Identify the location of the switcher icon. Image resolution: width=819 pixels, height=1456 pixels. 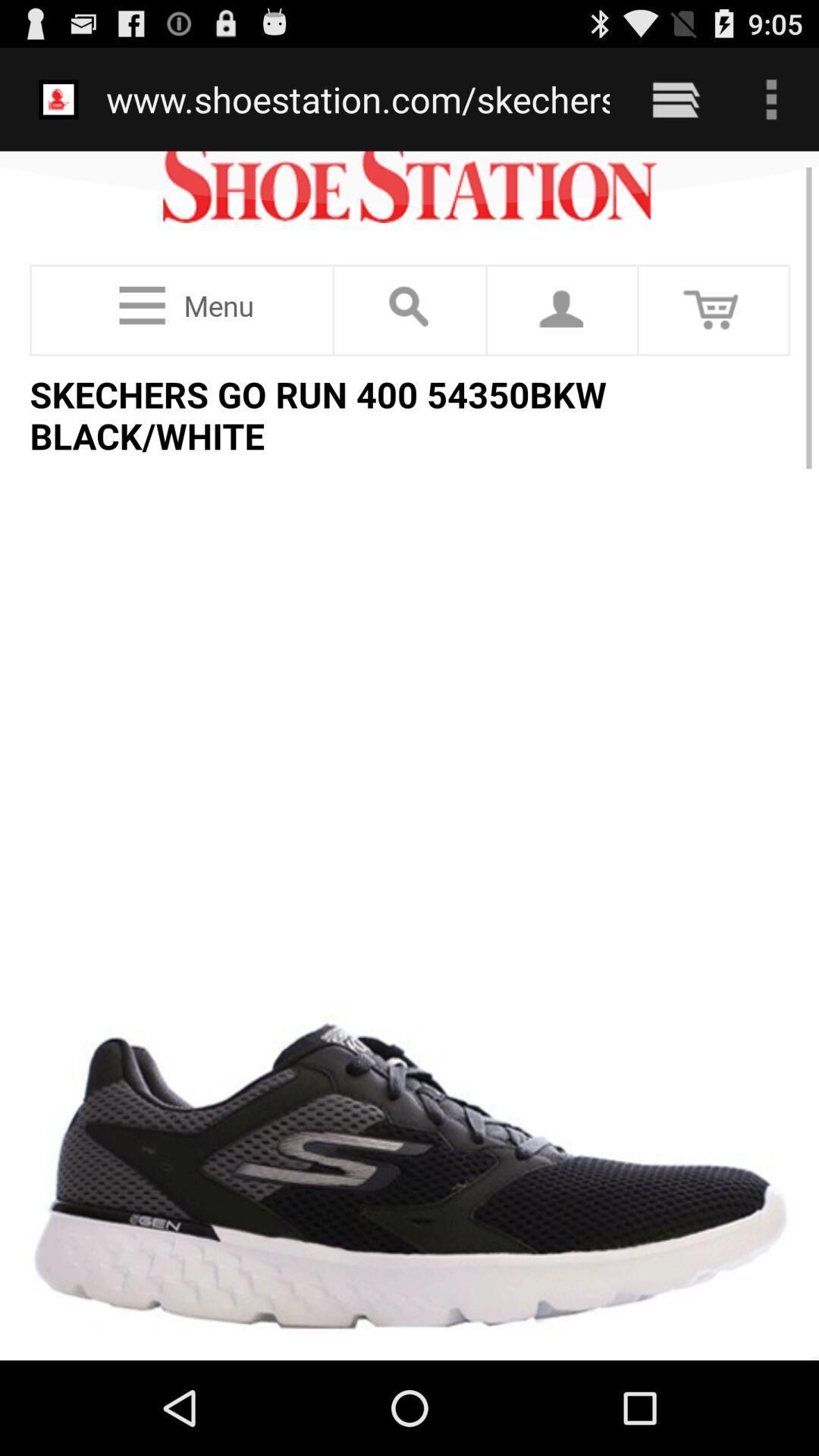
(675, 105).